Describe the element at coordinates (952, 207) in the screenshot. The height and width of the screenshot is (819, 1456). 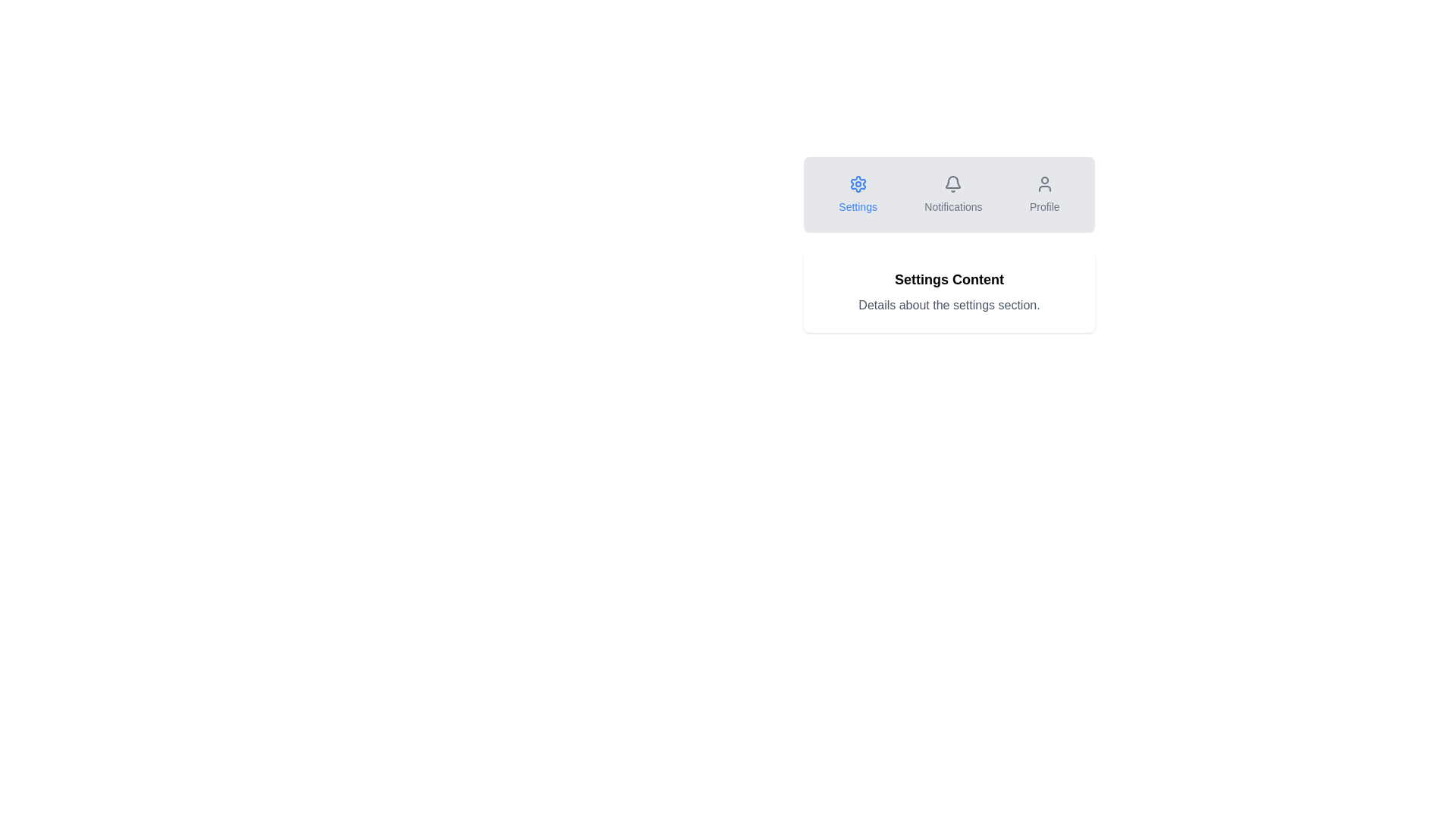
I see `the Text Label located in the top navigation bar` at that location.